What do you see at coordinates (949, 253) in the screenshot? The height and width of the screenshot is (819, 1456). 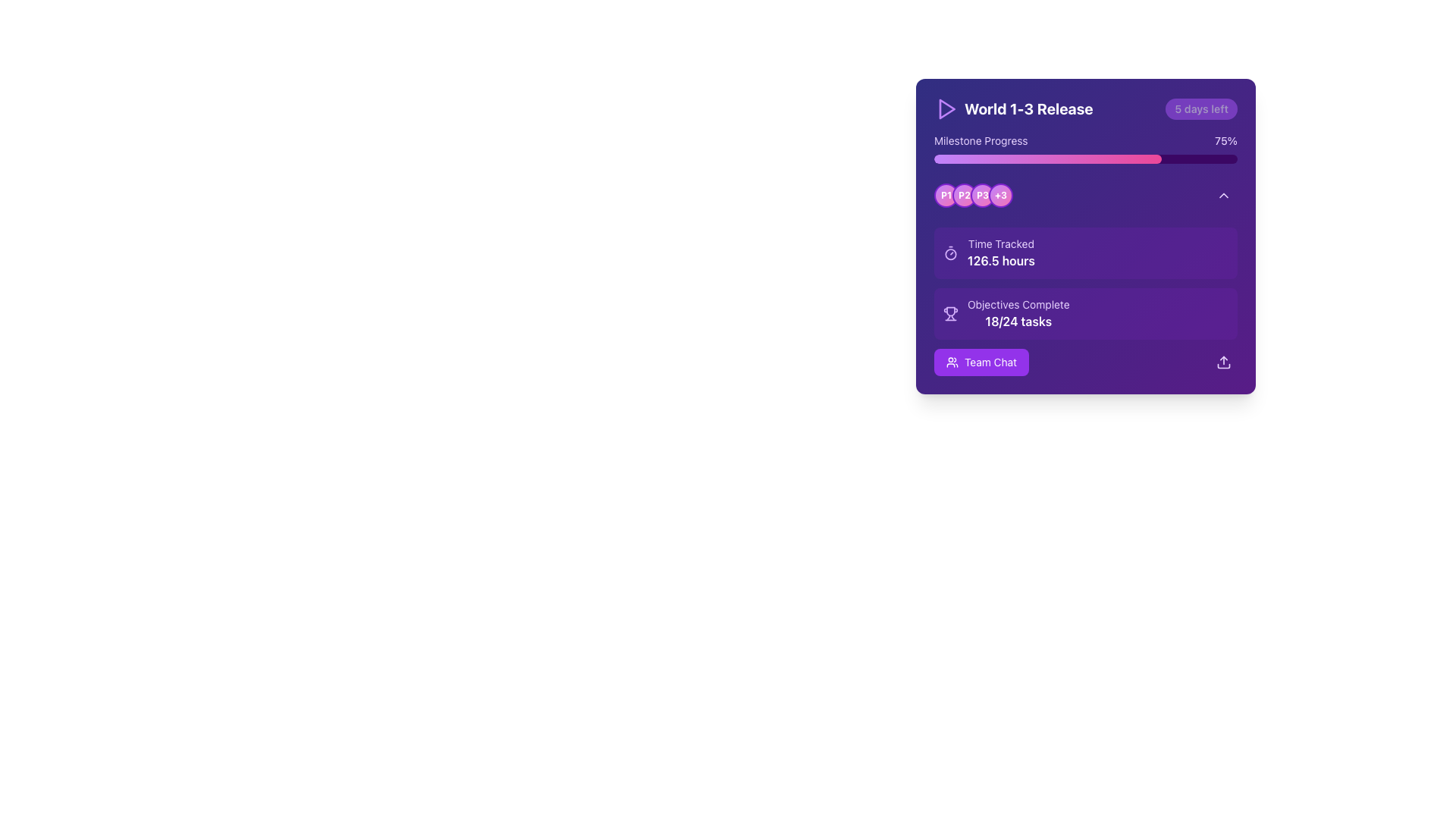 I see `the circular purple timer icon located in the upper-left corner of the 'Time Tracked' section of the UI` at bounding box center [949, 253].